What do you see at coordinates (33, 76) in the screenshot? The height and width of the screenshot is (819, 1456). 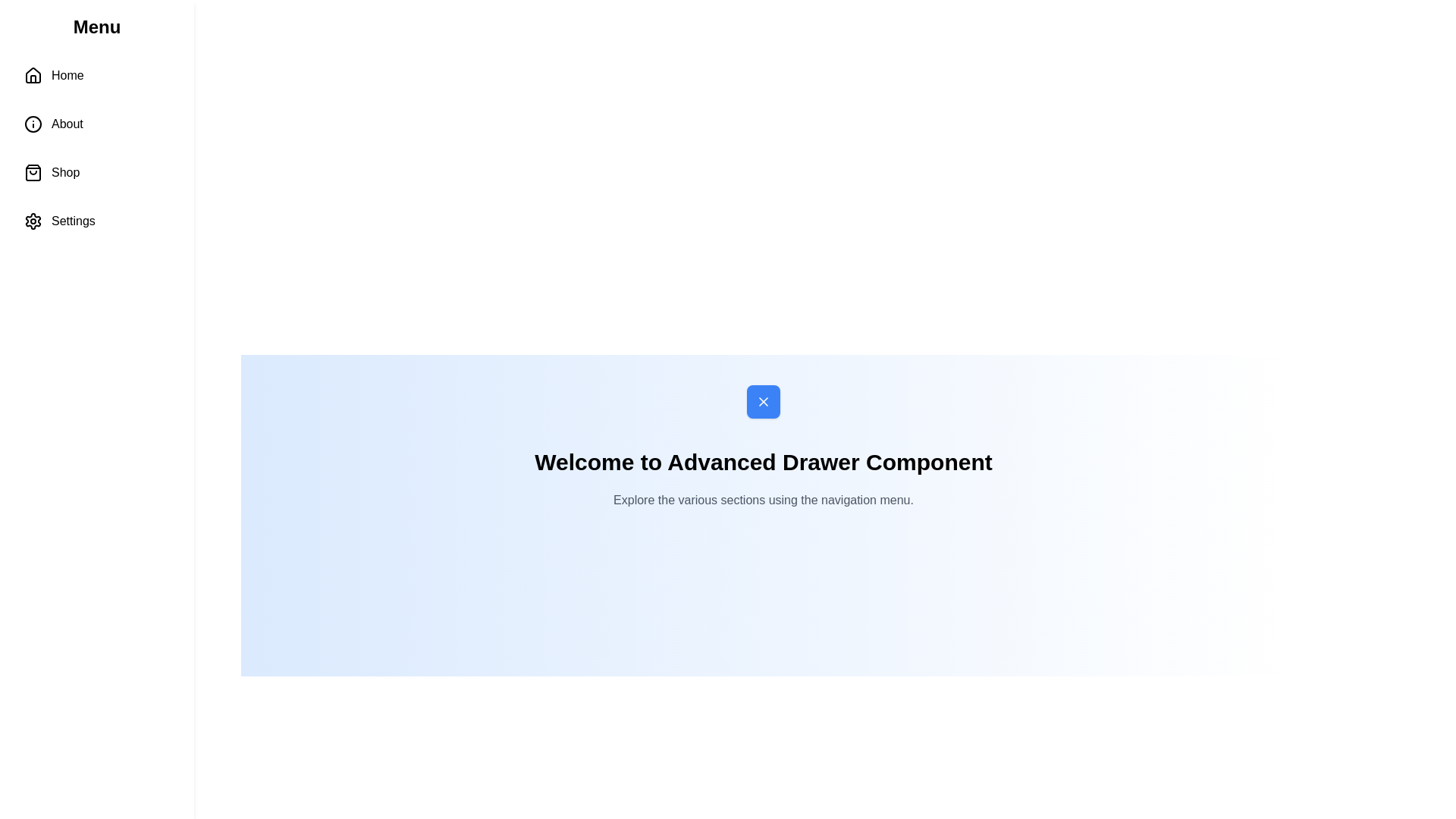 I see `the house icon that represents the 'Home' menu option in the vertical navigation bar, positioned directly to the left of the text 'Home'` at bounding box center [33, 76].